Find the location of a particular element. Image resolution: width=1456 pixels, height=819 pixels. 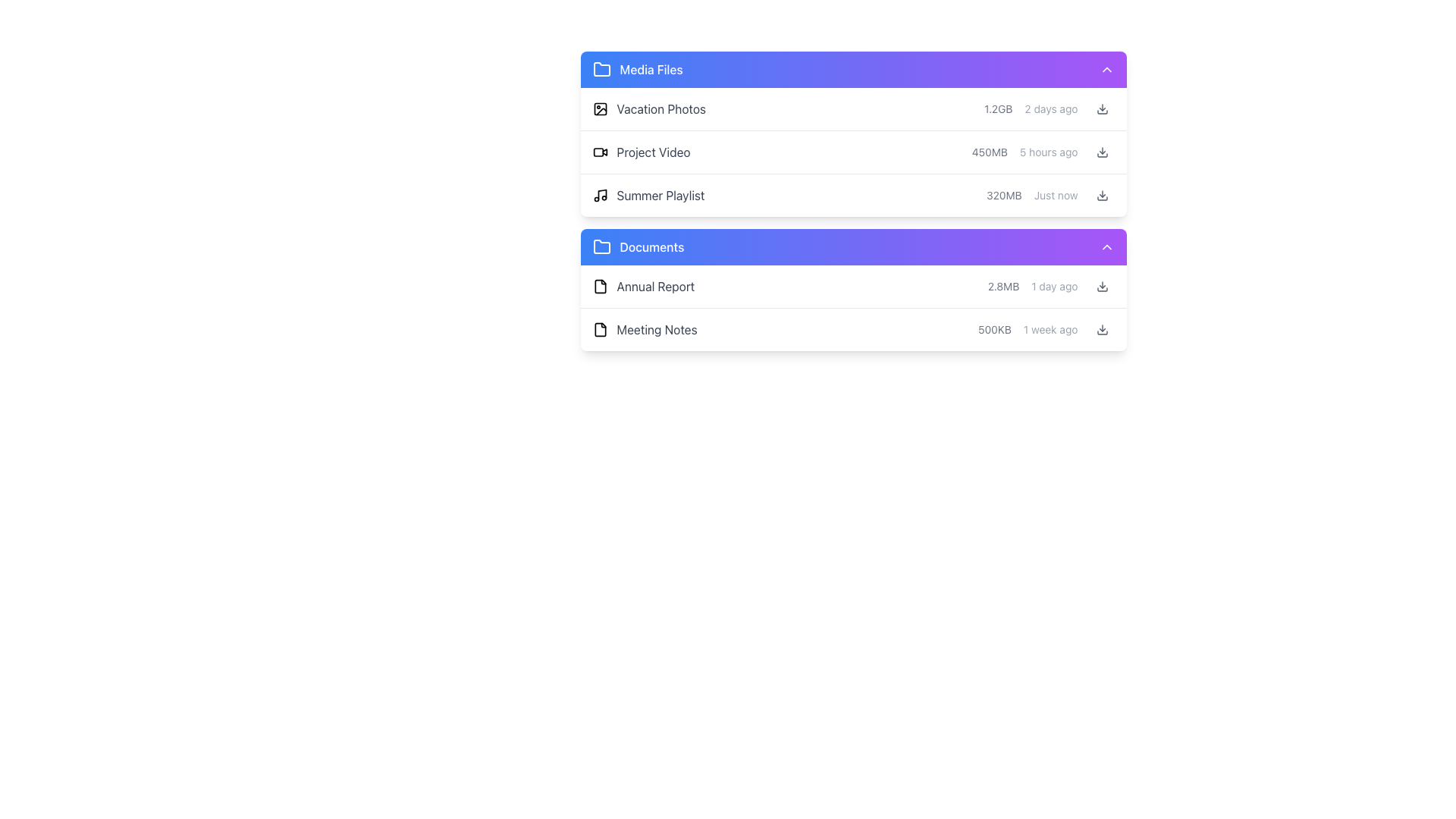

the static text label displaying '1 day ago' in light gray font is located at coordinates (1053, 287).